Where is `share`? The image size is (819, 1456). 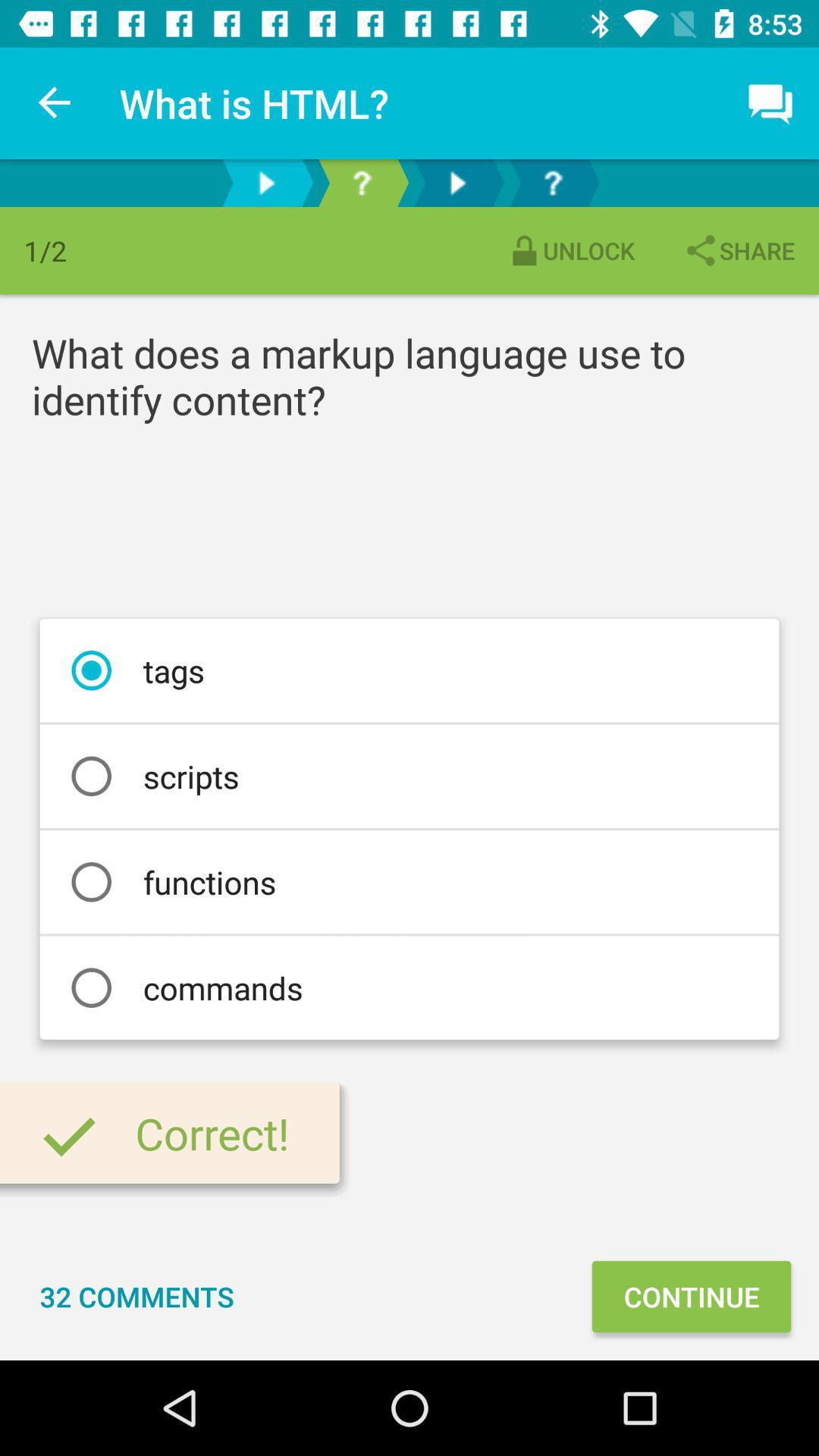
share is located at coordinates (738, 250).